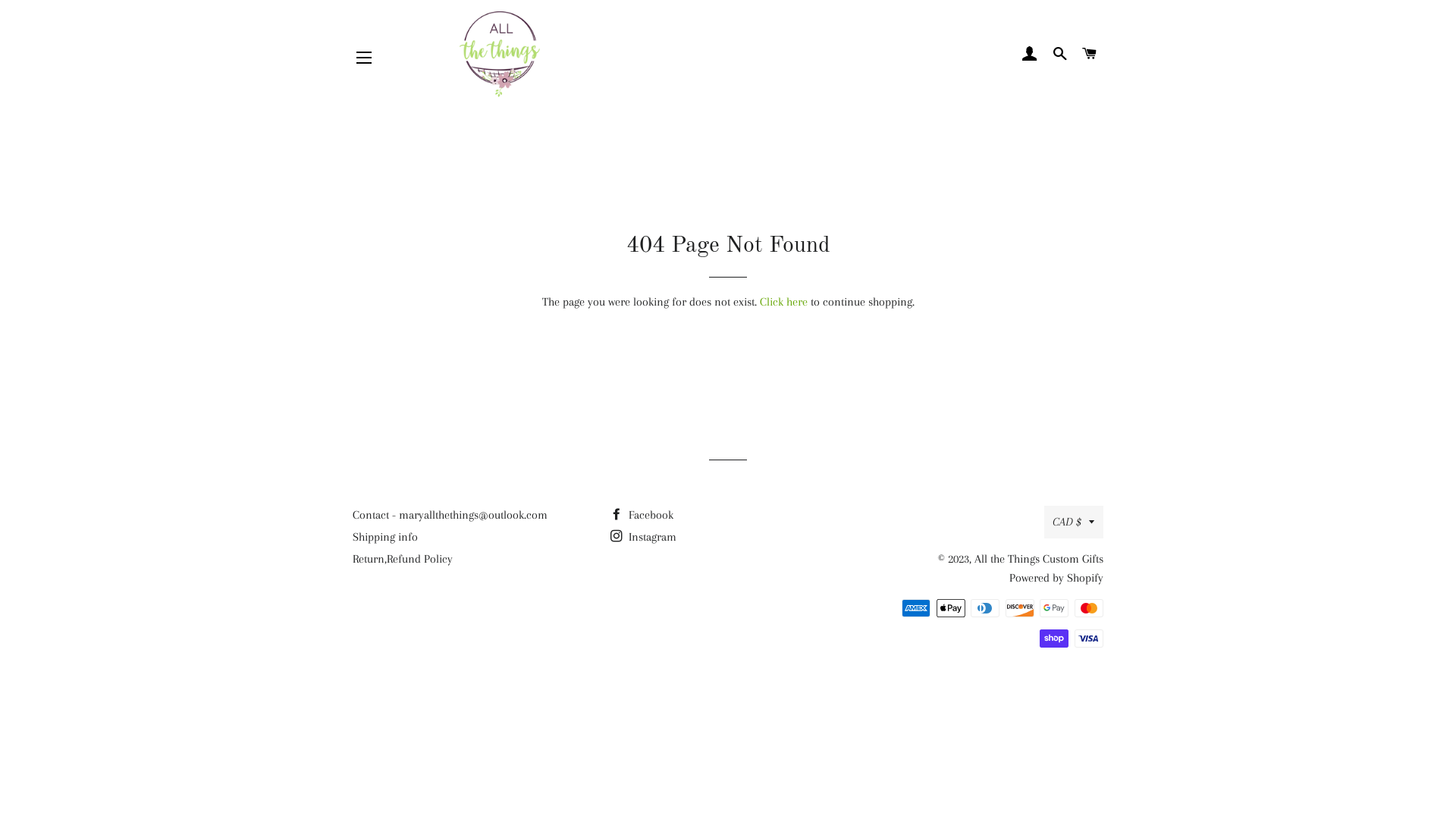  Describe the element at coordinates (1089, 52) in the screenshot. I see `'CART'` at that location.